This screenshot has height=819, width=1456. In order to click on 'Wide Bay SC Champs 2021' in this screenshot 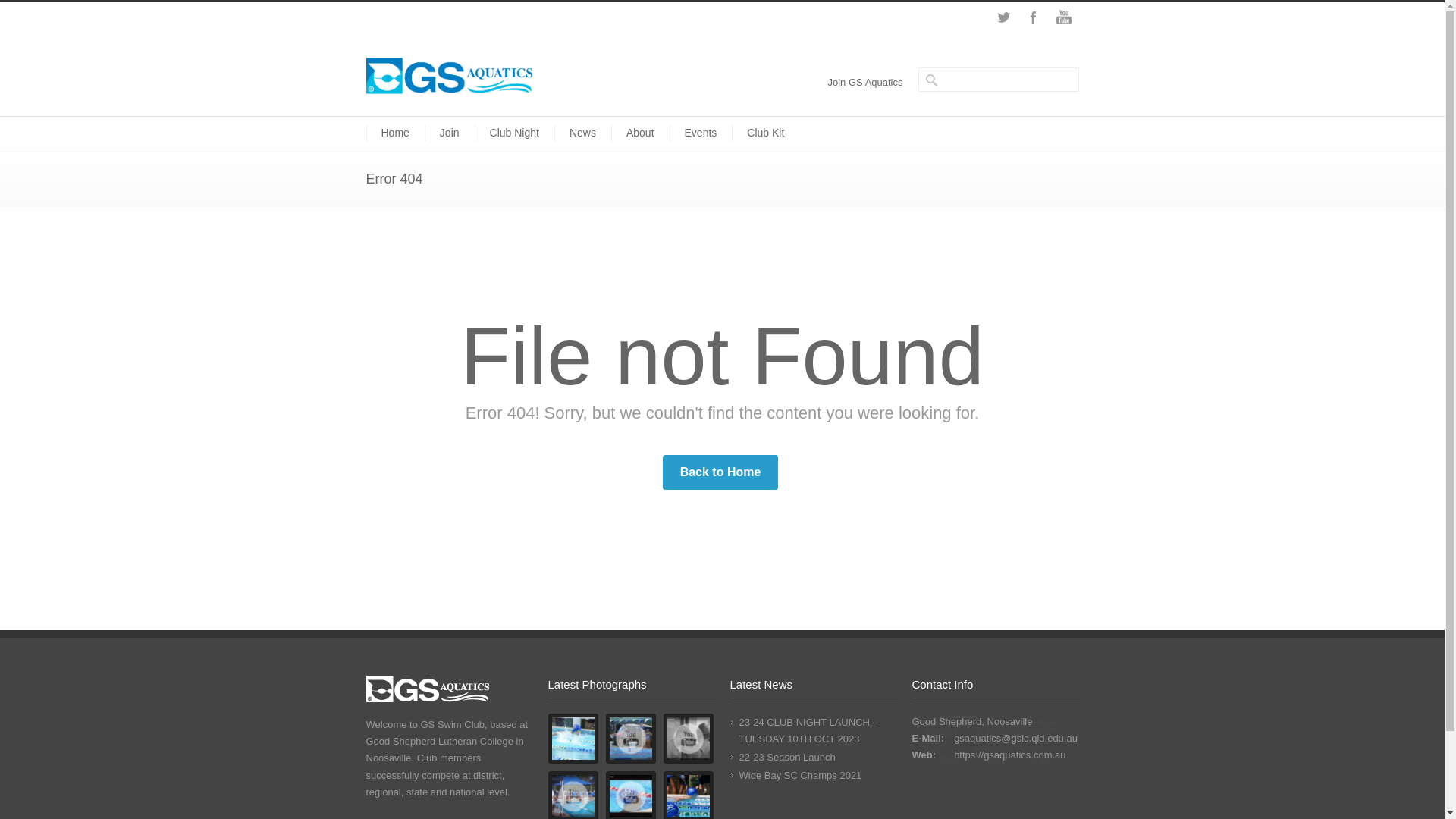, I will do `click(739, 775)`.